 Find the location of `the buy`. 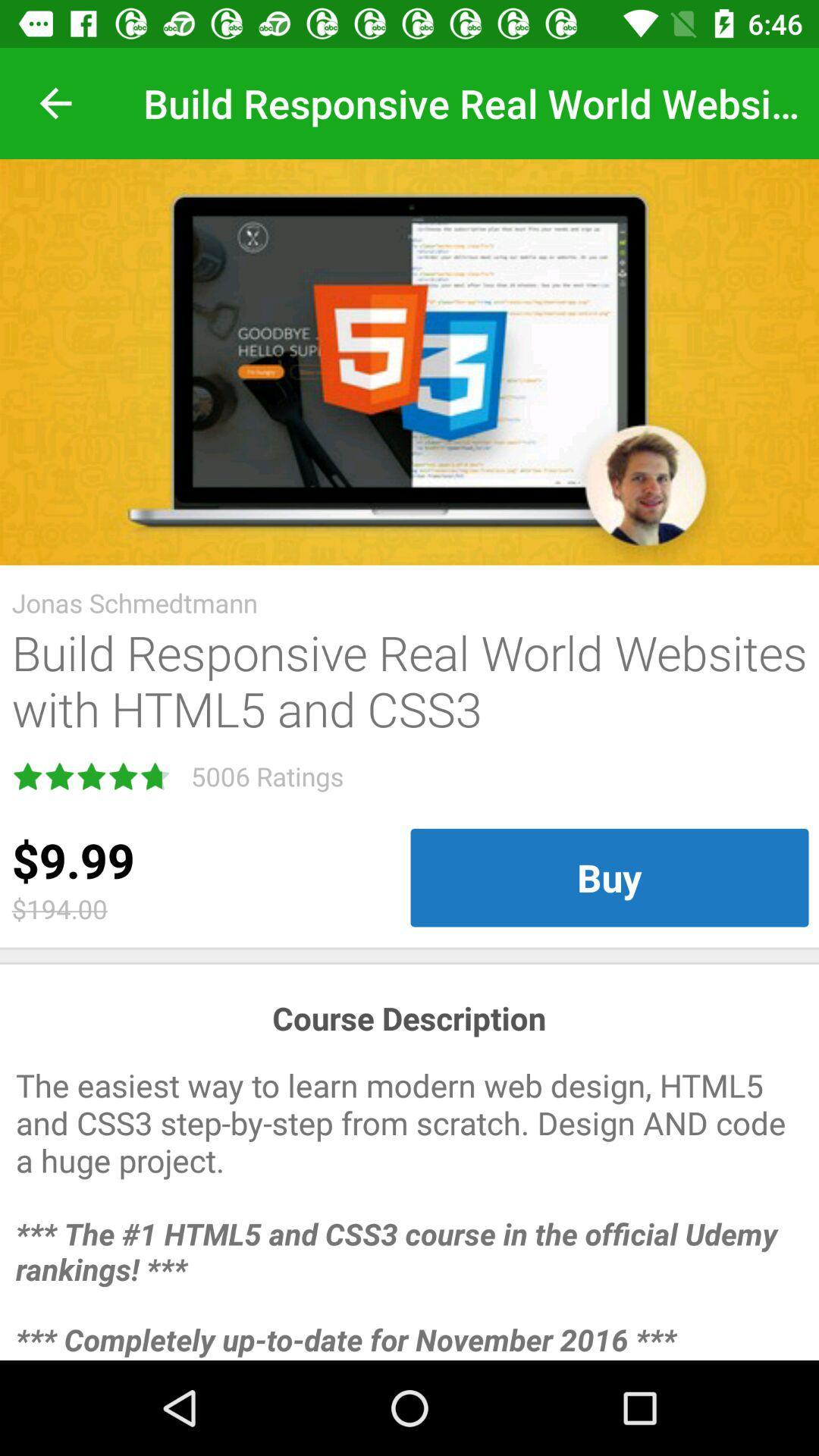

the buy is located at coordinates (608, 877).